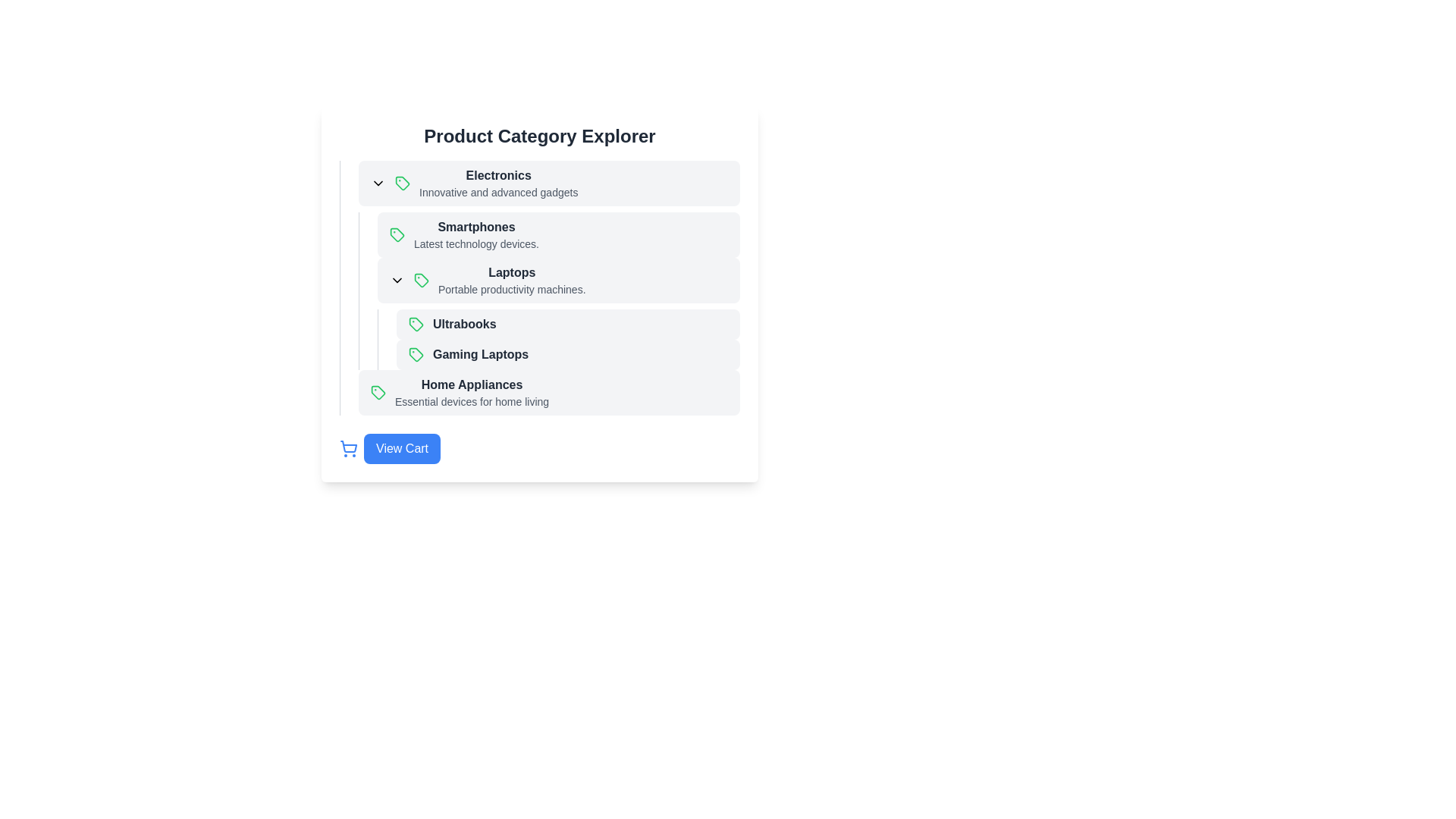 The width and height of the screenshot is (1456, 819). I want to click on the icon indicating the 'Electronics' category, positioned between the expansion arrow and the text 'Electronics', so click(403, 183).